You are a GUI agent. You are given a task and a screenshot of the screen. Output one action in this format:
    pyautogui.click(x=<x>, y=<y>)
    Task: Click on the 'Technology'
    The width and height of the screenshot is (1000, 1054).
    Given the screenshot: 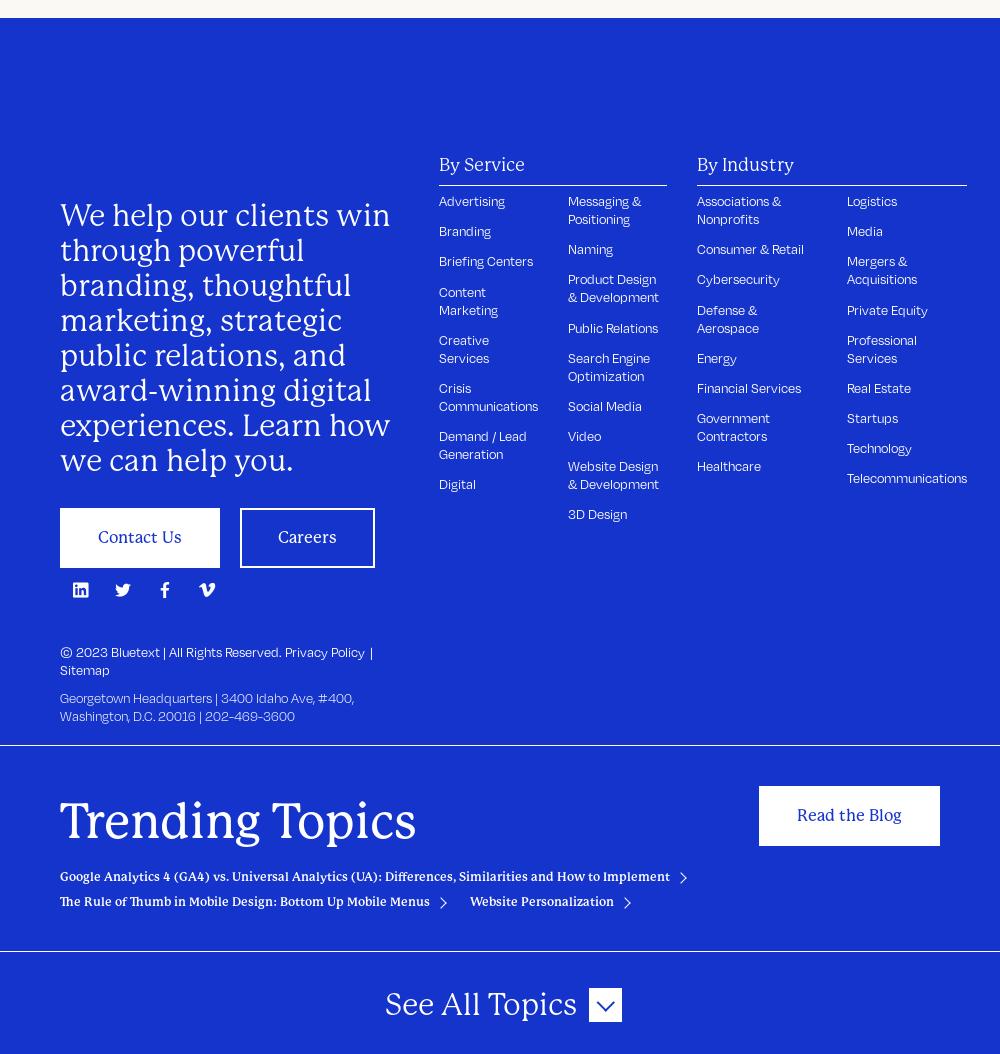 What is the action you would take?
    pyautogui.click(x=879, y=447)
    